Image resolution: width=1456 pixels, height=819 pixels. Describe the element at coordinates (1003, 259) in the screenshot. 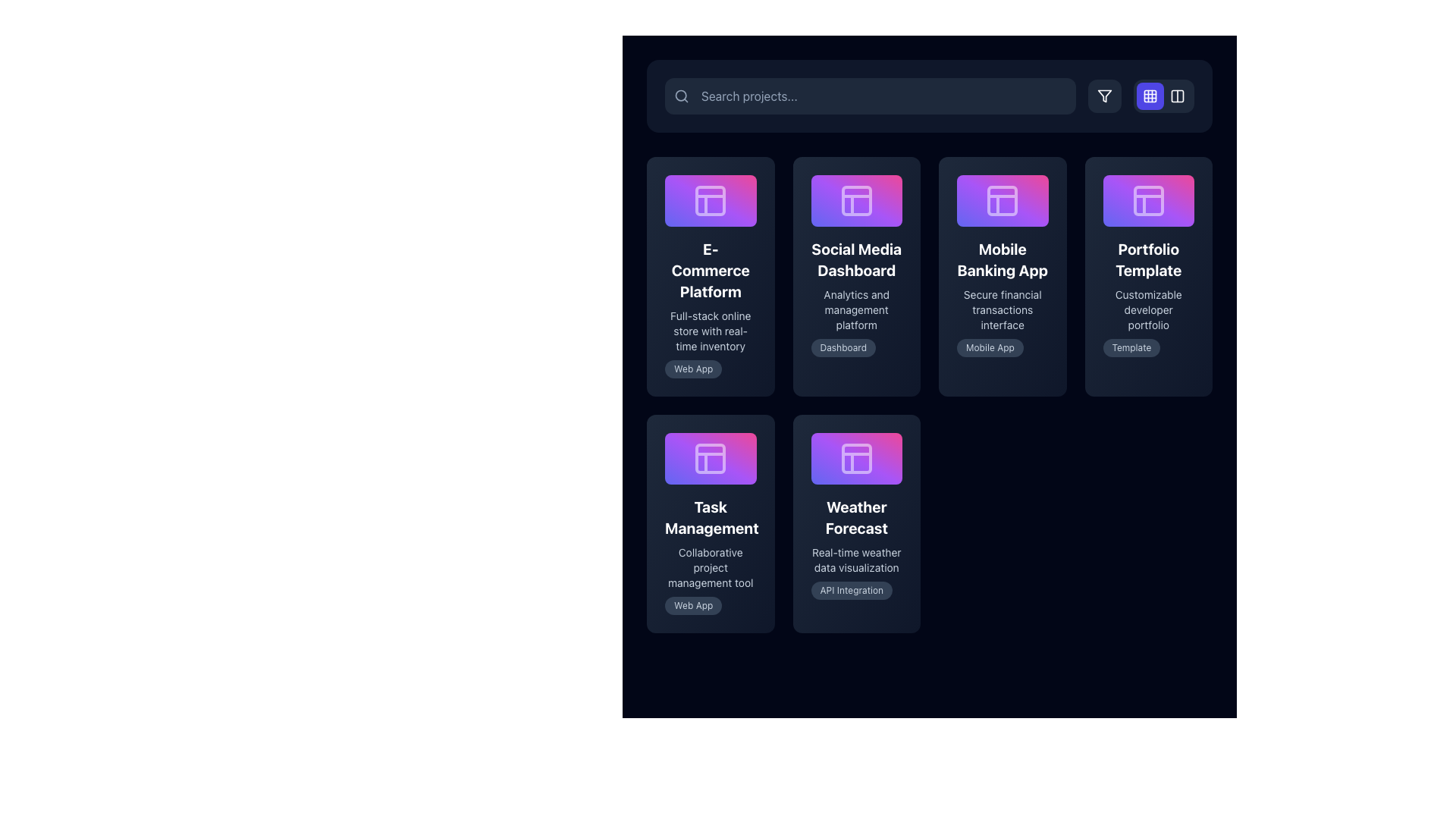

I see `the Text Label that serves as a title or heading for the card in the top row, third column of a 2x3 grid layout` at that location.